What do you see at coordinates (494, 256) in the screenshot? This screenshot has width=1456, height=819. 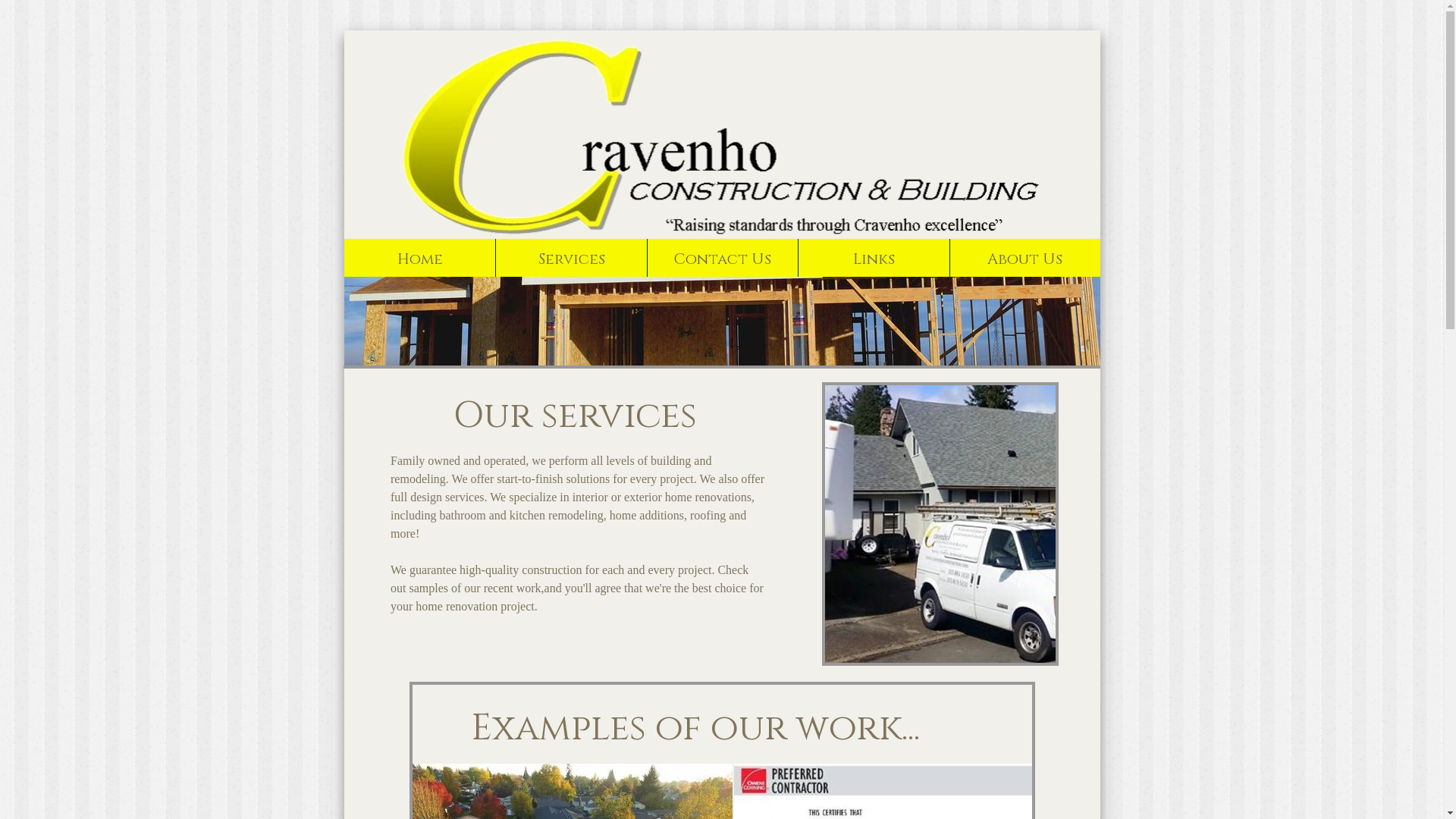 I see `'Services'` at bounding box center [494, 256].